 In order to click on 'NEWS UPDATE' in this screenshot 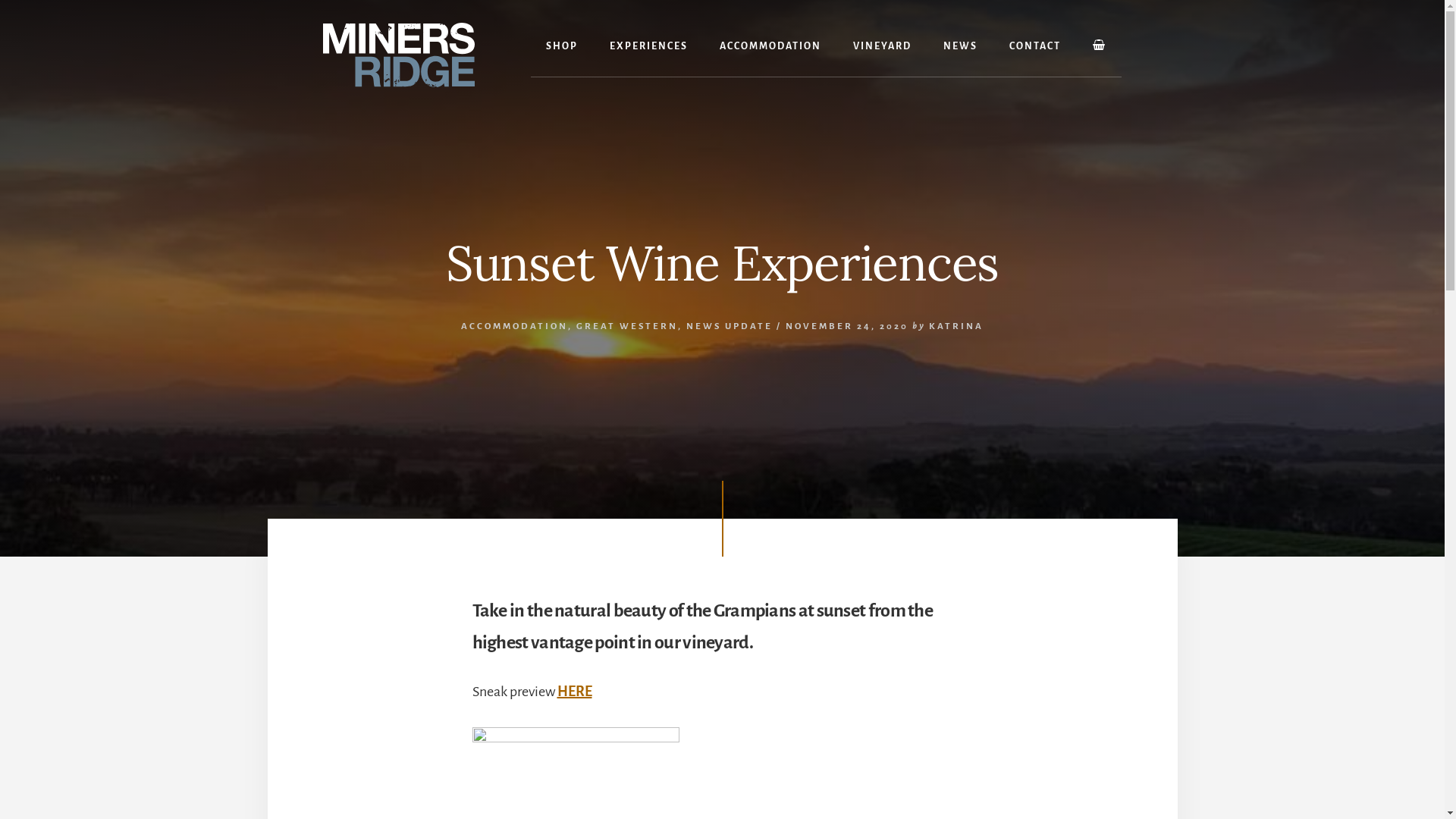, I will do `click(729, 325)`.